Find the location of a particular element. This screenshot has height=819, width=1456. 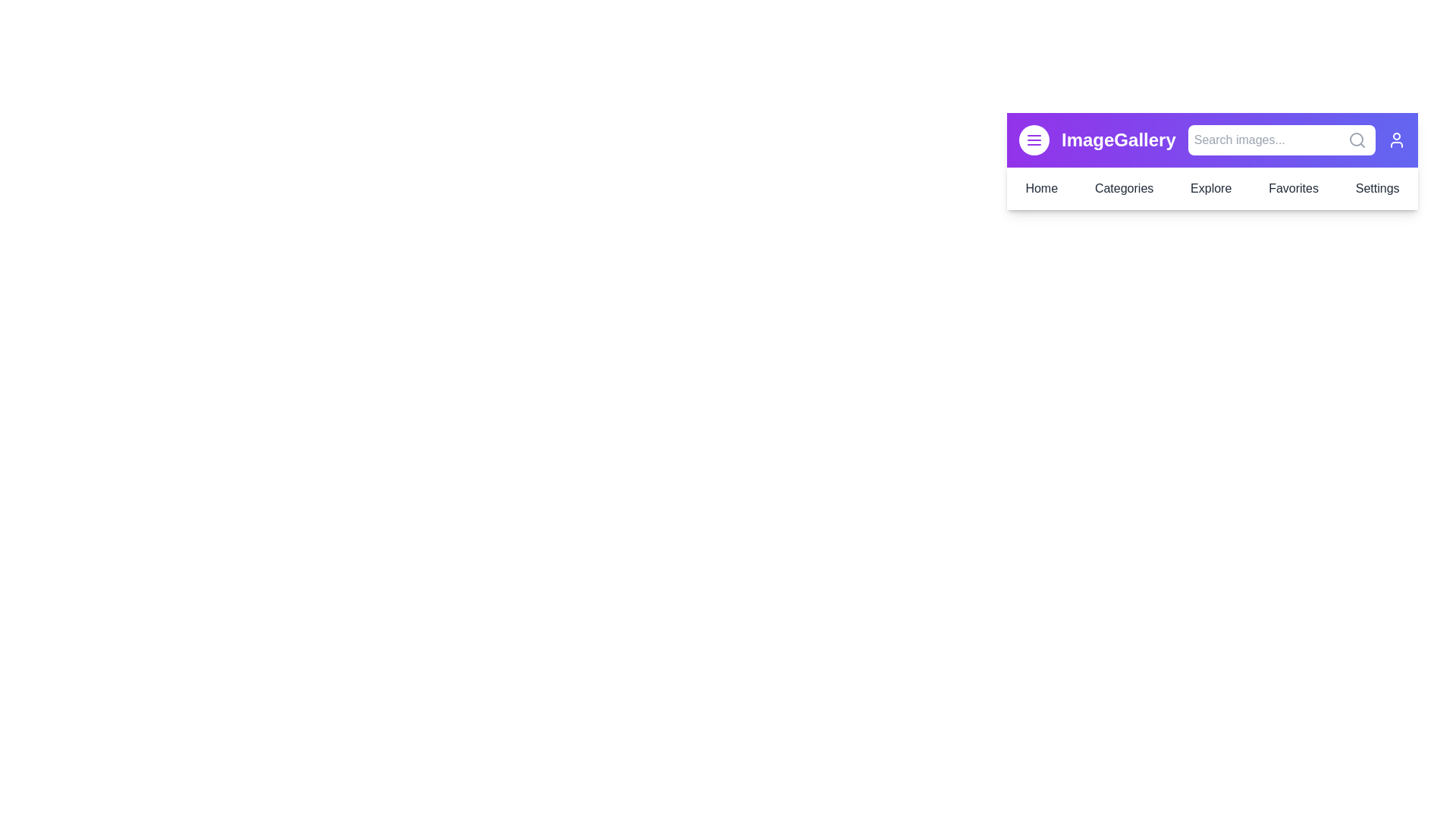

the menu button to toggle the menu visibility is located at coordinates (1033, 140).